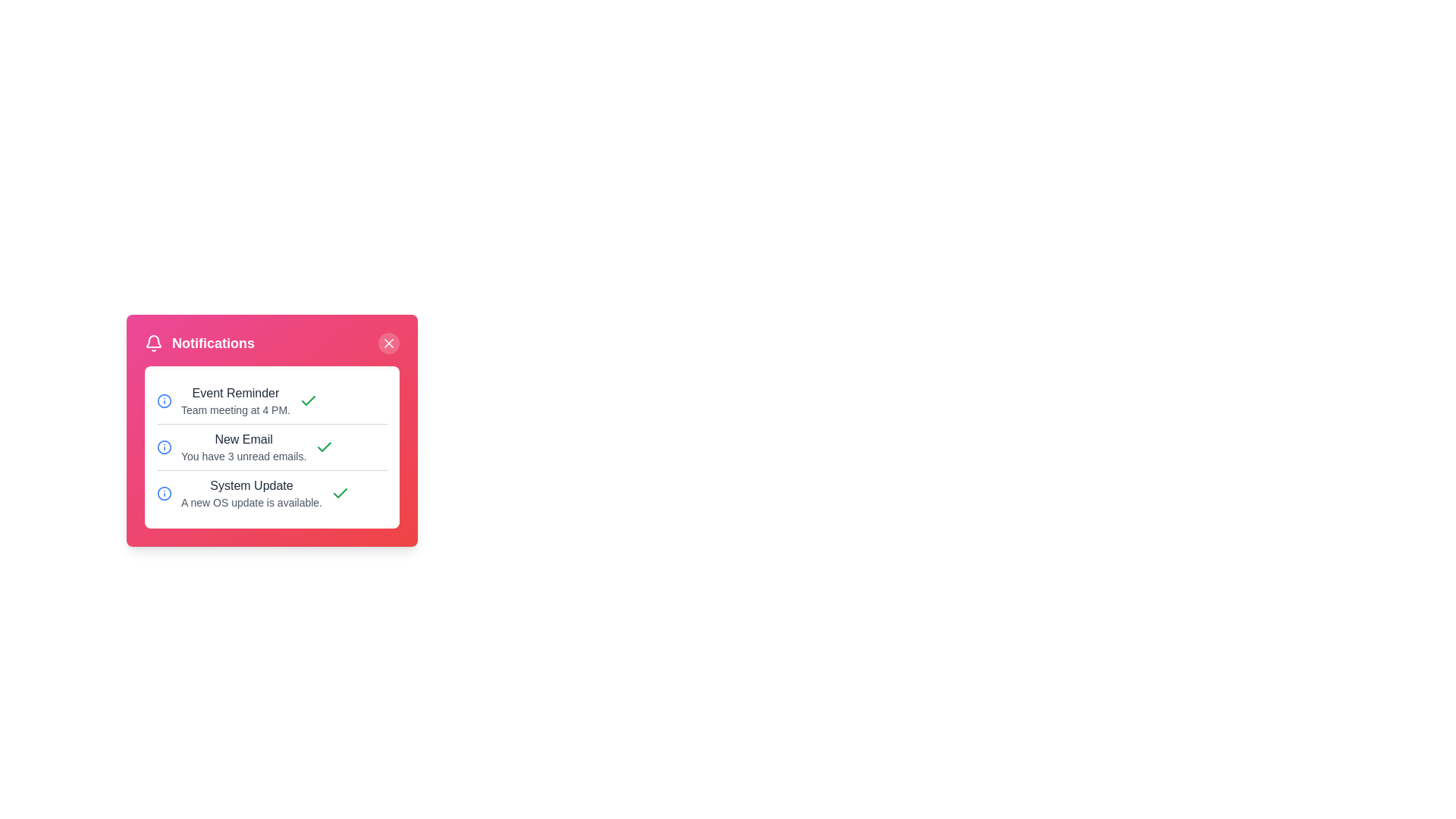 This screenshot has width=1456, height=819. Describe the element at coordinates (235, 409) in the screenshot. I see `the text label reading 'Team meeting at 4 PM.' which is styled with a small font and gray color, located directly under the bolded title 'Event Reminder' in the notification card` at that location.